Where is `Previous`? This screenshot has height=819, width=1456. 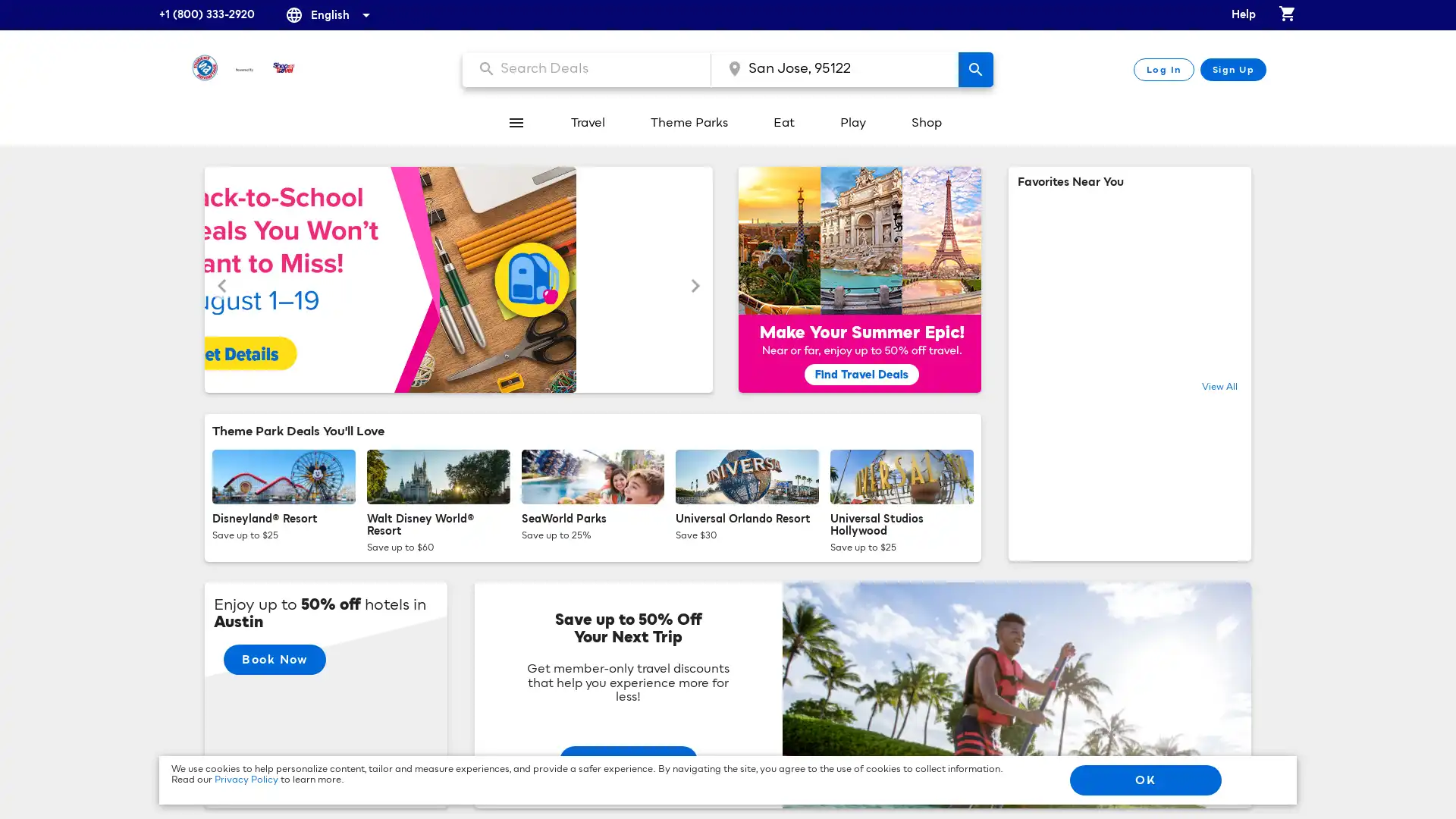
Previous is located at coordinates (215, 280).